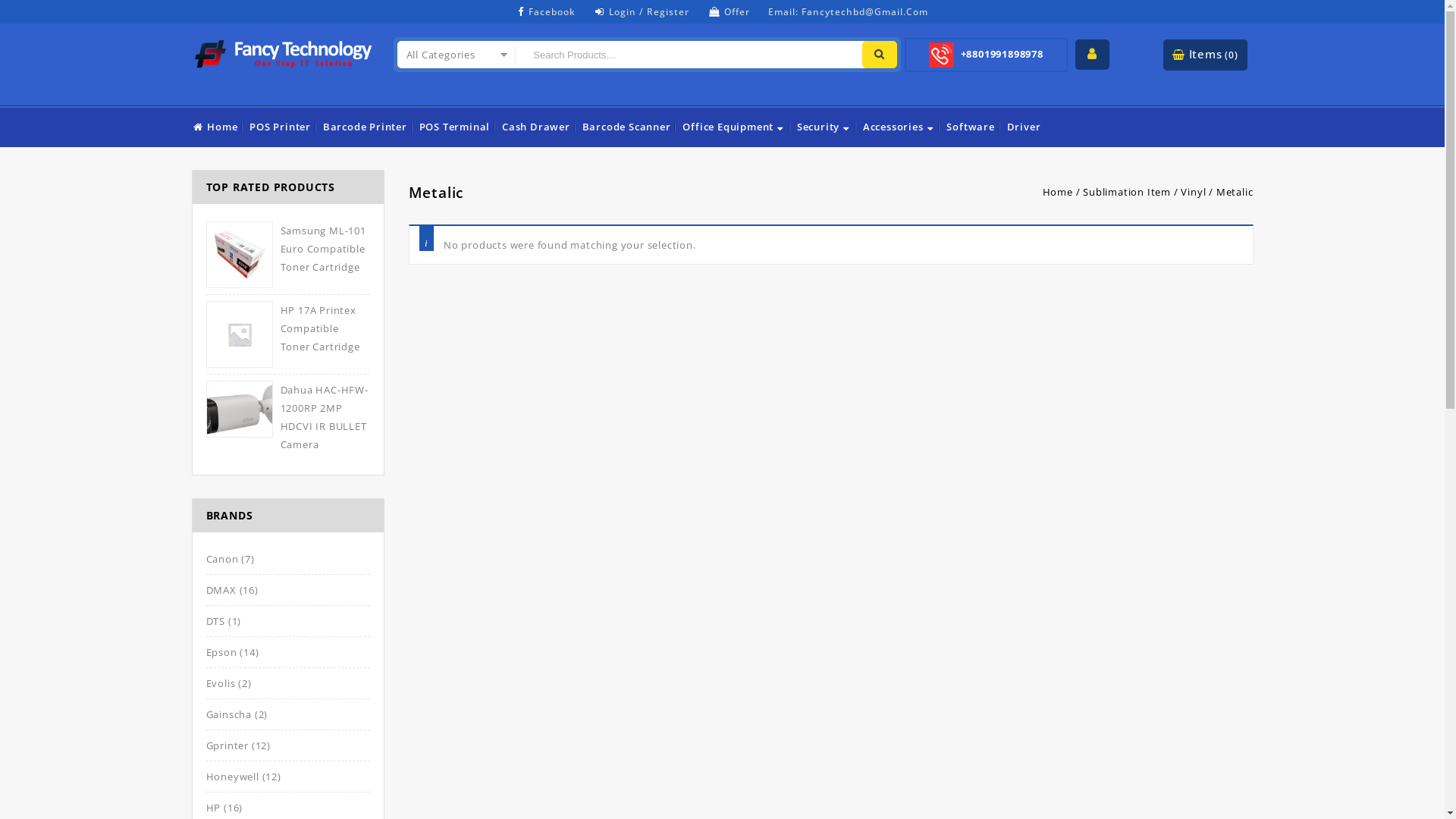 Image resolution: width=1456 pixels, height=819 pixels. I want to click on 'Epson', so click(206, 651).